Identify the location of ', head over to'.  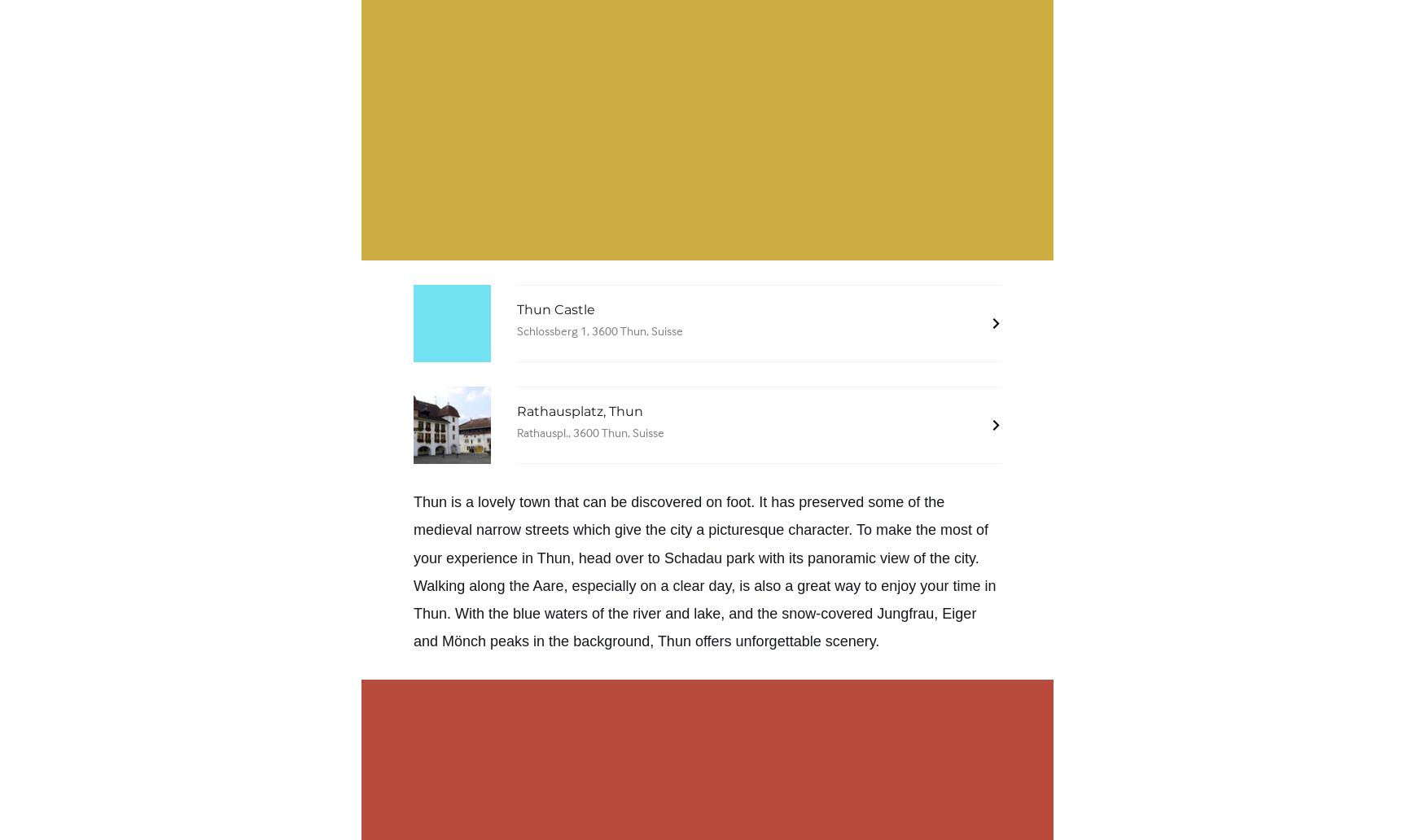
(570, 557).